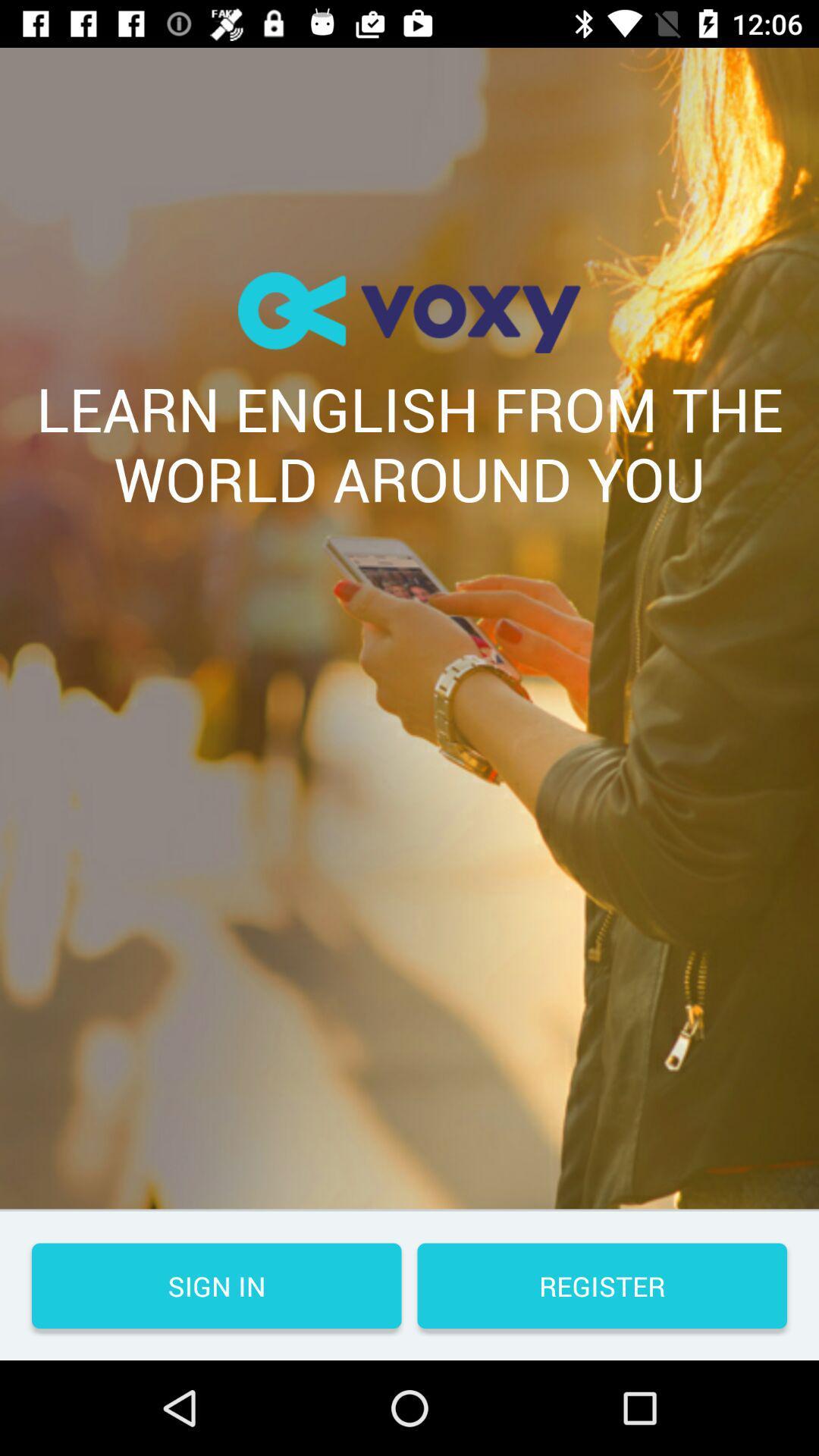 This screenshot has width=819, height=1456. What do you see at coordinates (216, 1285) in the screenshot?
I see `the button to the left of register button` at bounding box center [216, 1285].